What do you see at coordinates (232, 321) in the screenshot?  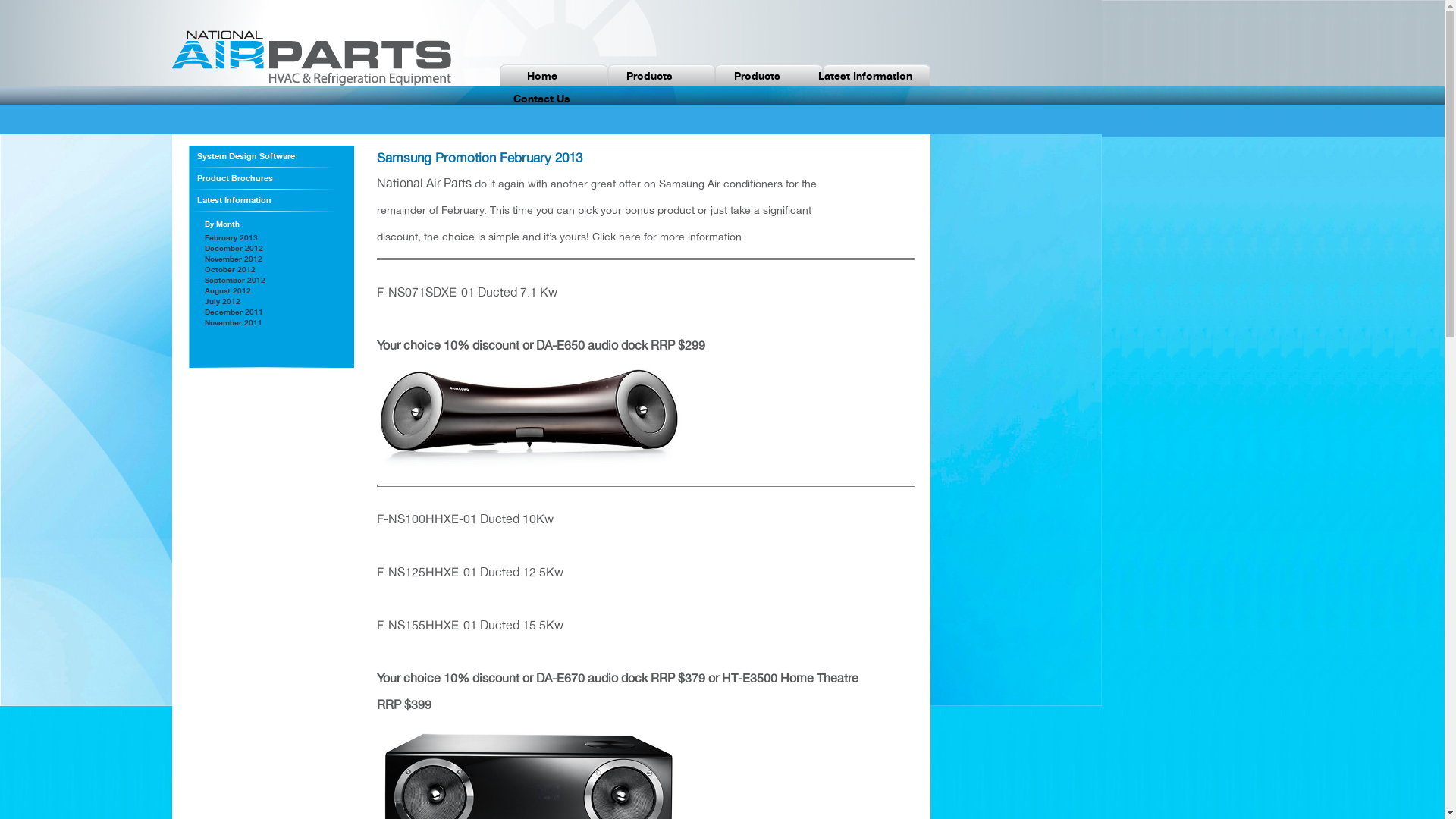 I see `'November 2011'` at bounding box center [232, 321].